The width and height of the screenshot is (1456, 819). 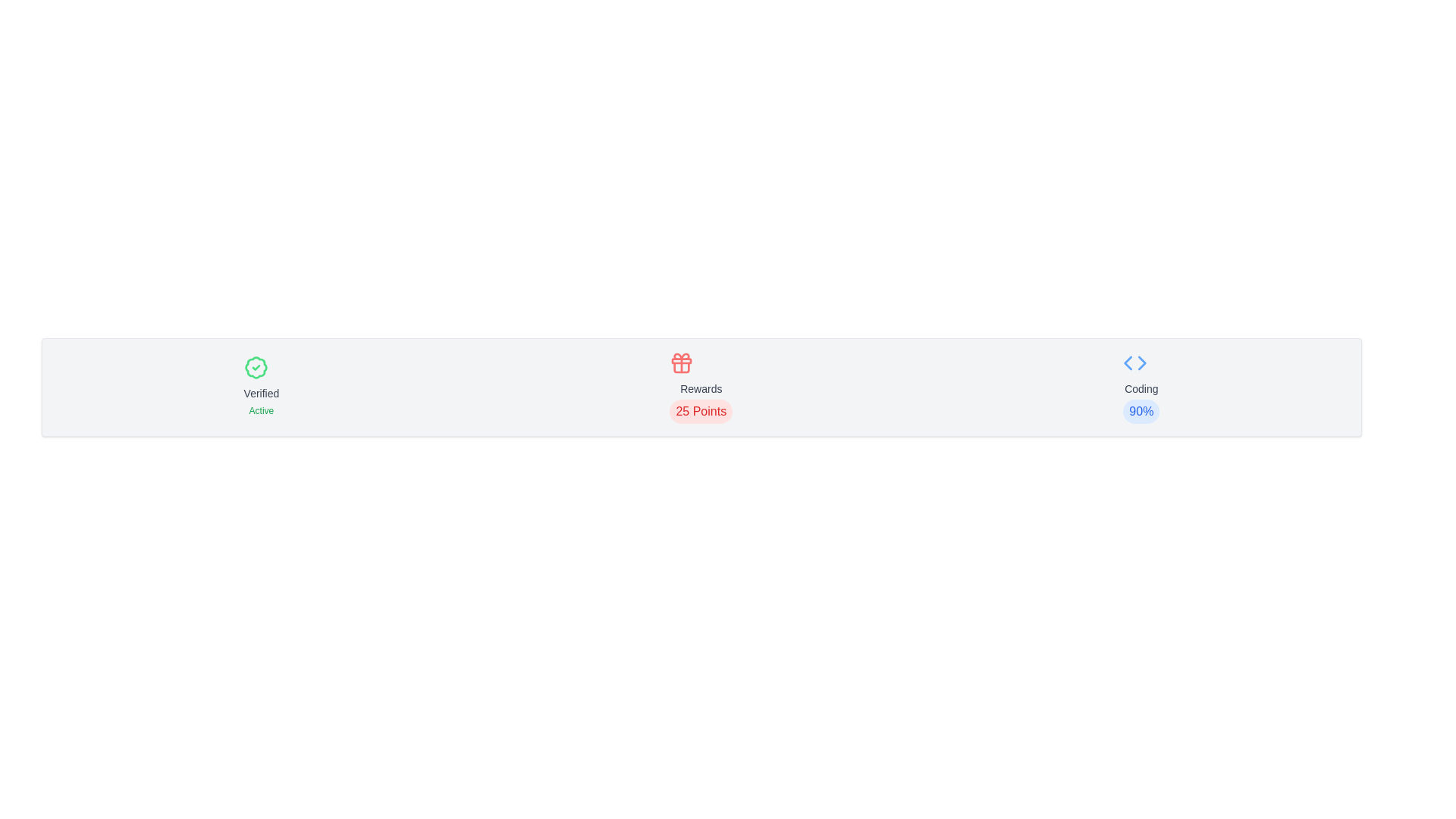 What do you see at coordinates (681, 361) in the screenshot?
I see `the small red horizontal bar with rounded corners located inside the gift icon, which is aligned horizontally and centered within the icon` at bounding box center [681, 361].